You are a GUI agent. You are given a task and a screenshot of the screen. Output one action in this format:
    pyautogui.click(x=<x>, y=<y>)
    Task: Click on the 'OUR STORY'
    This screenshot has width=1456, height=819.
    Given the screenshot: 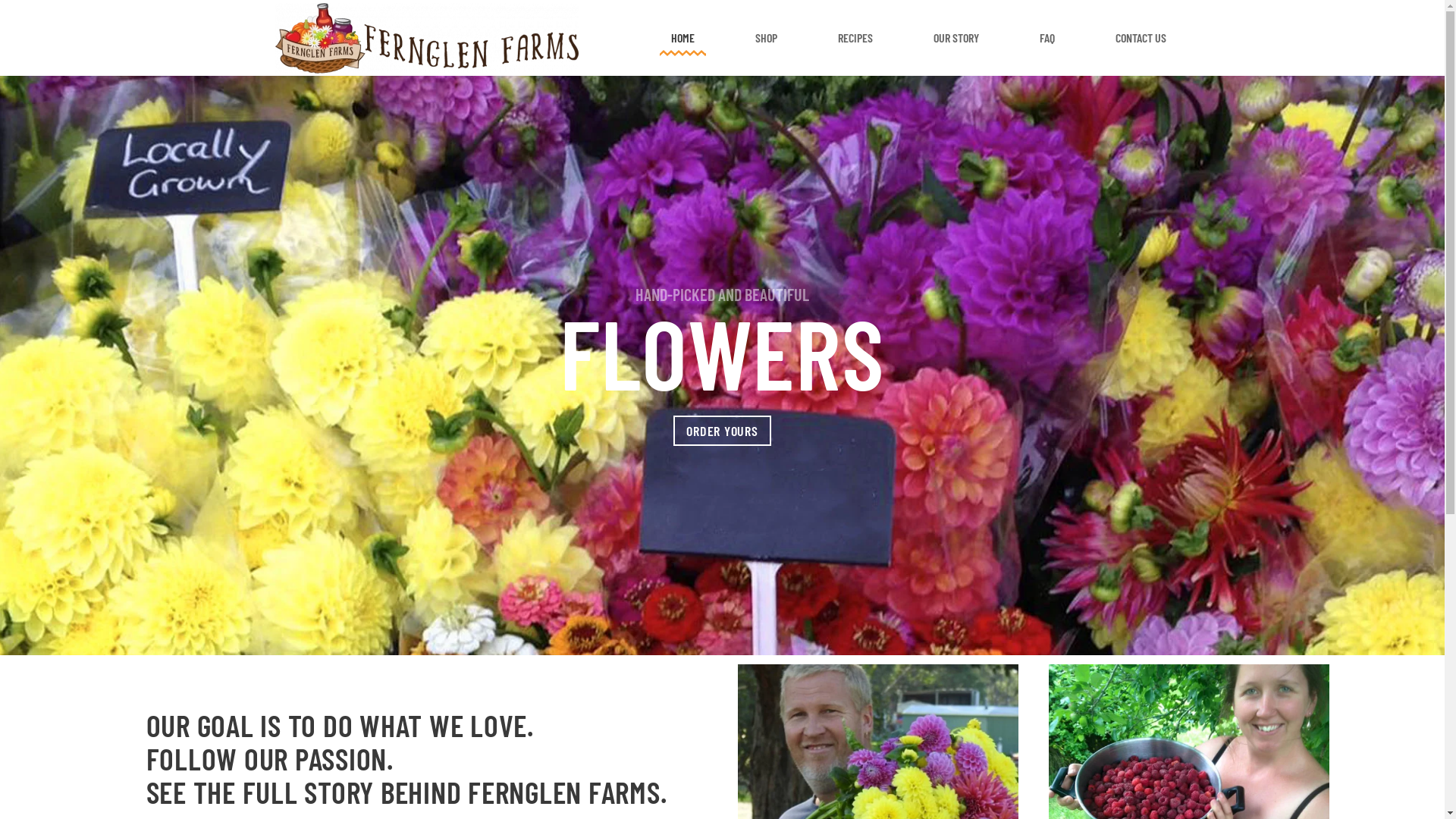 What is the action you would take?
    pyautogui.click(x=955, y=37)
    